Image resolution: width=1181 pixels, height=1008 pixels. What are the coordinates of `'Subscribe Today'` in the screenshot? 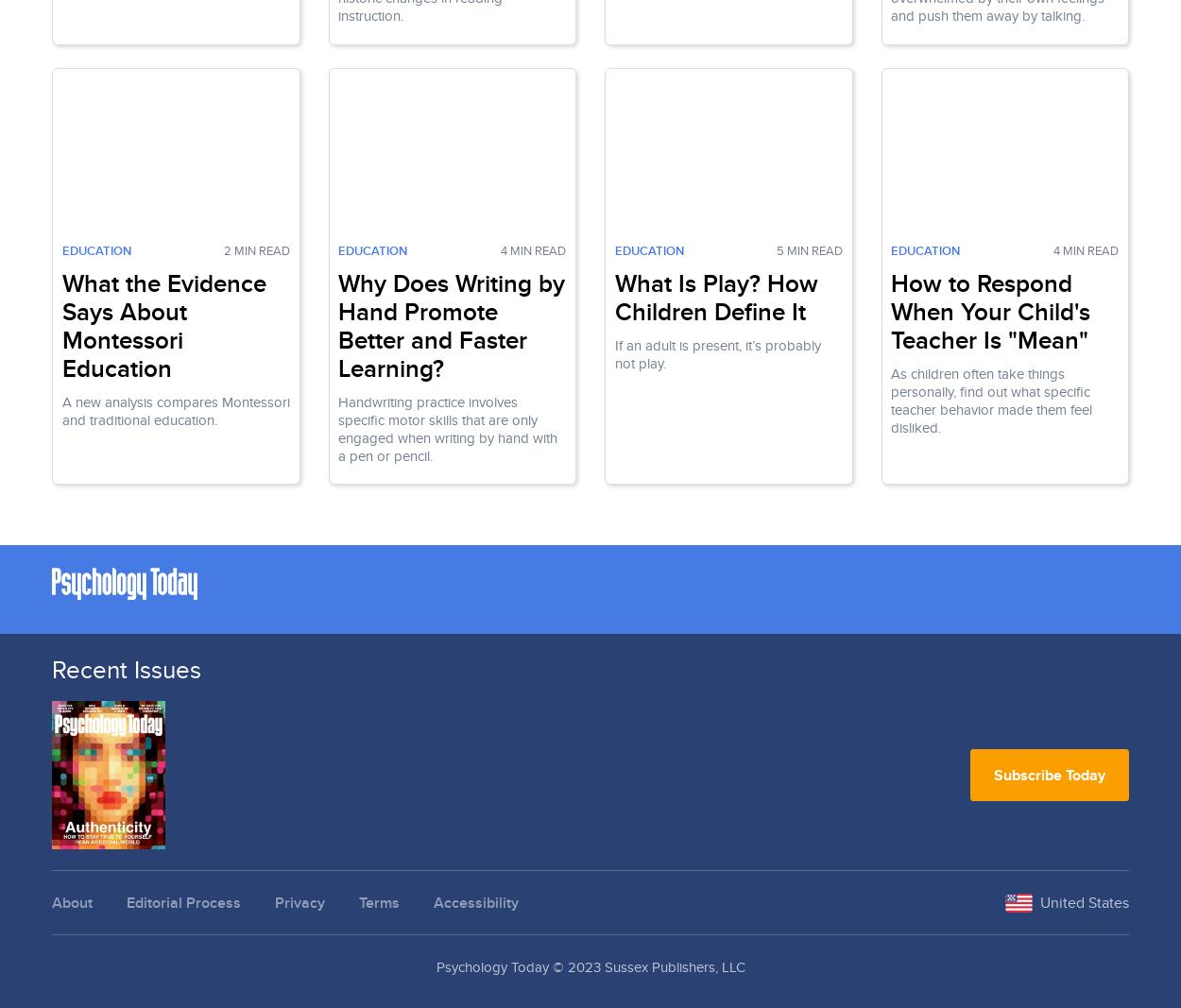 It's located at (1049, 773).